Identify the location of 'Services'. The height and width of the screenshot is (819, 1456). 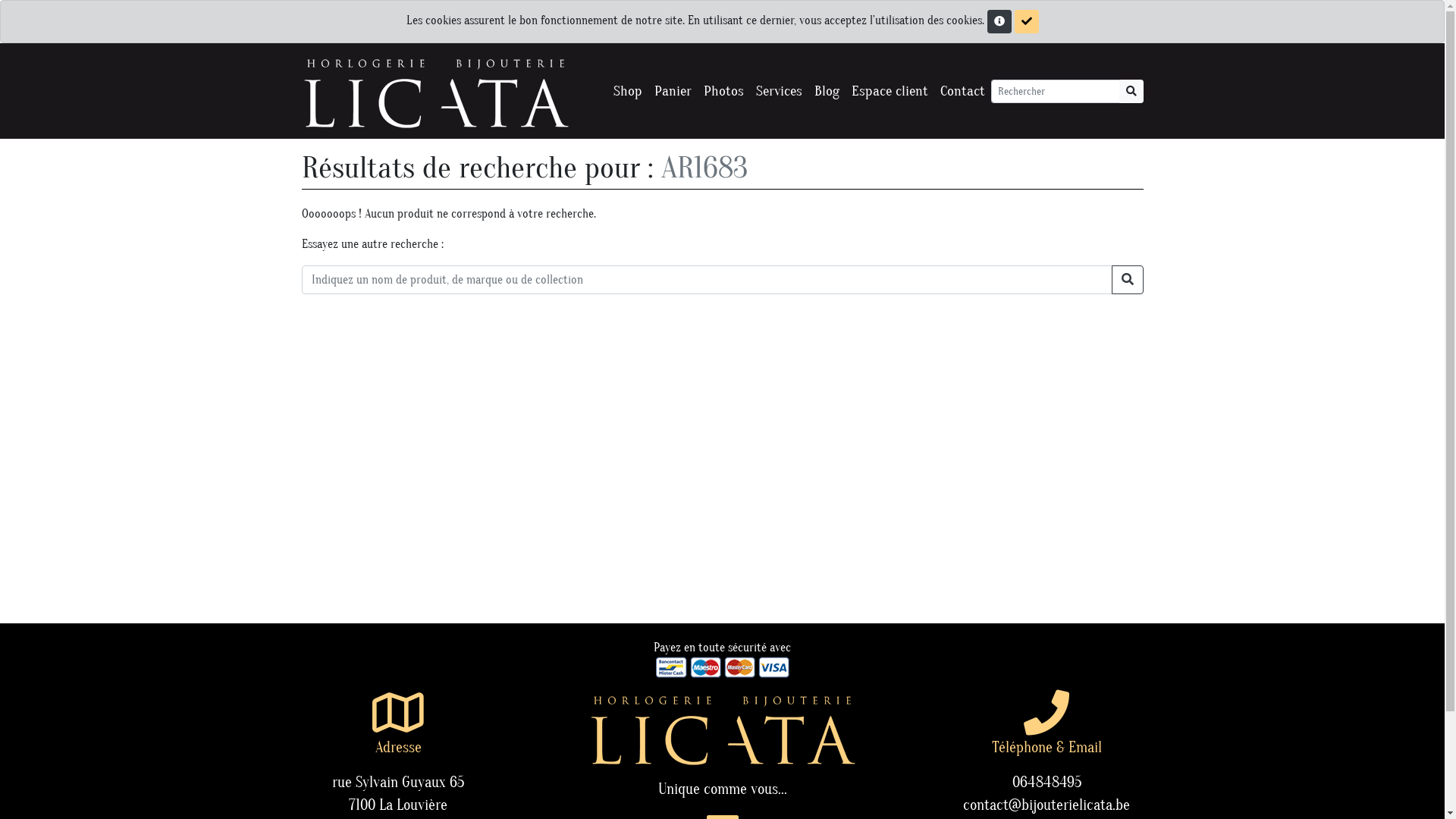
(778, 91).